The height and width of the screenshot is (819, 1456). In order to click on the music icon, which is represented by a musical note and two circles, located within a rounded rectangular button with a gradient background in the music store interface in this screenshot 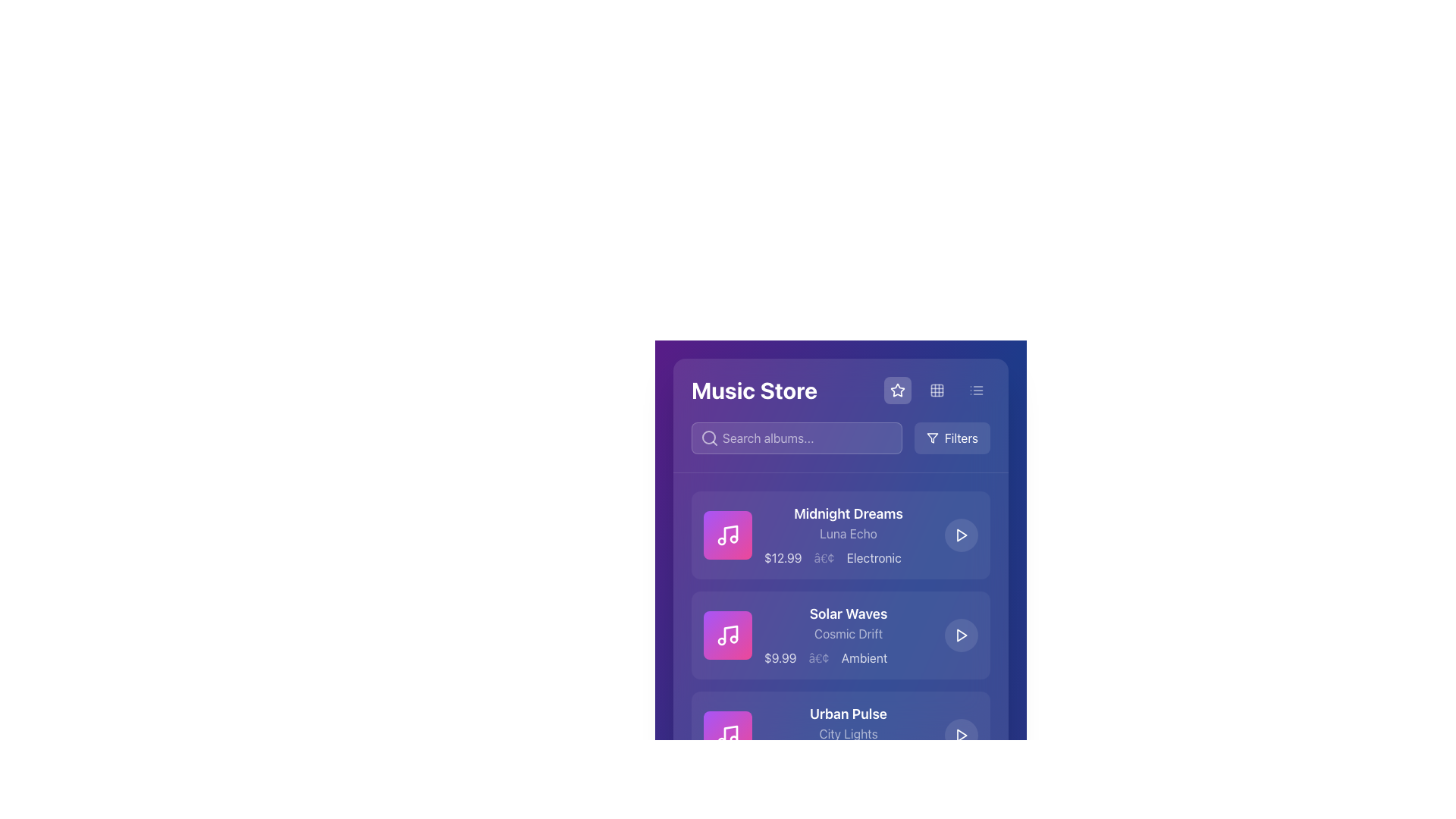, I will do `click(728, 635)`.